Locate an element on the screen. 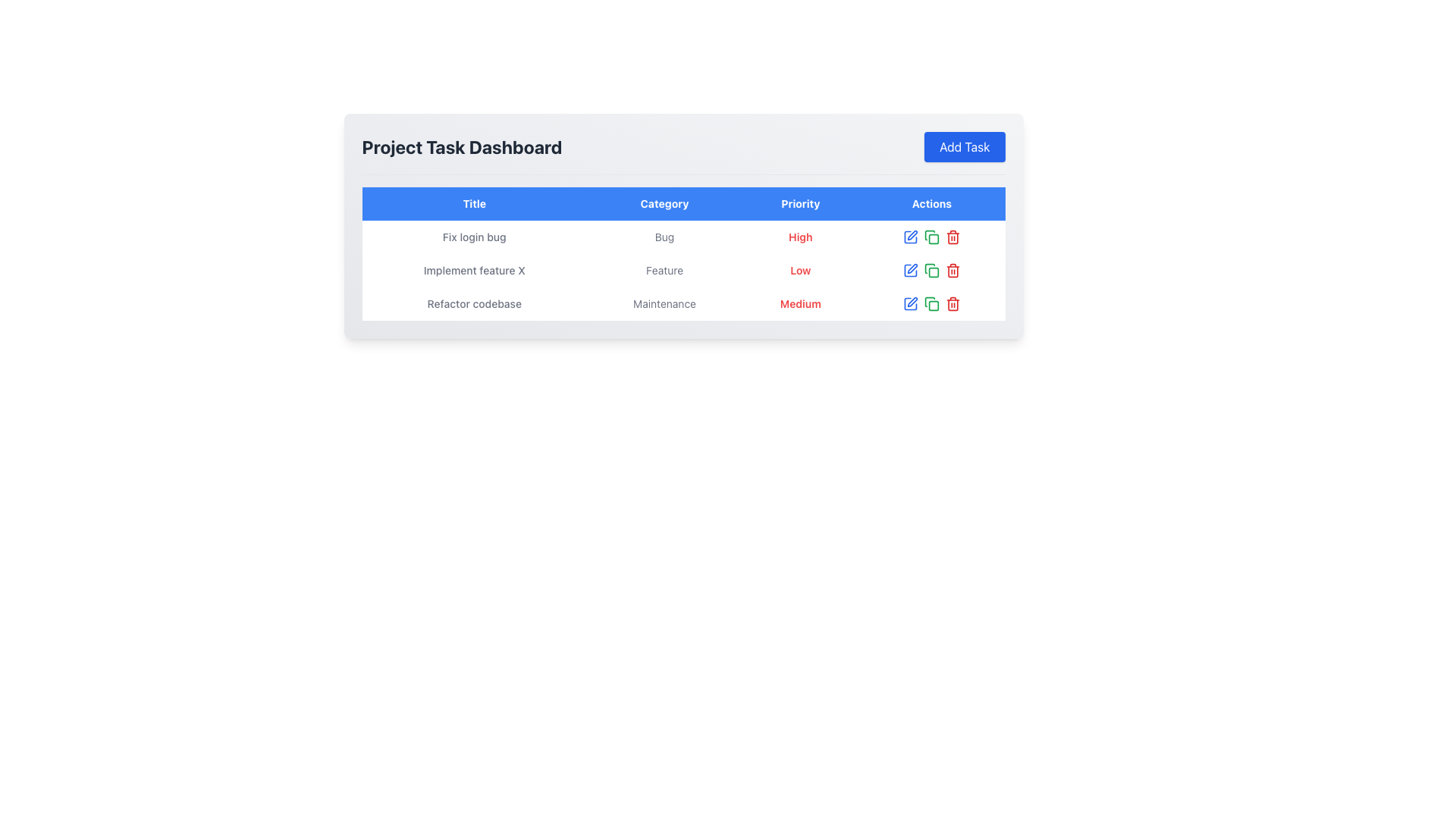 The width and height of the screenshot is (1456, 819). the 'Priority' Table Header Cell, which is the third cell in a row of four header cells in a table, located at the top of the table is located at coordinates (799, 203).